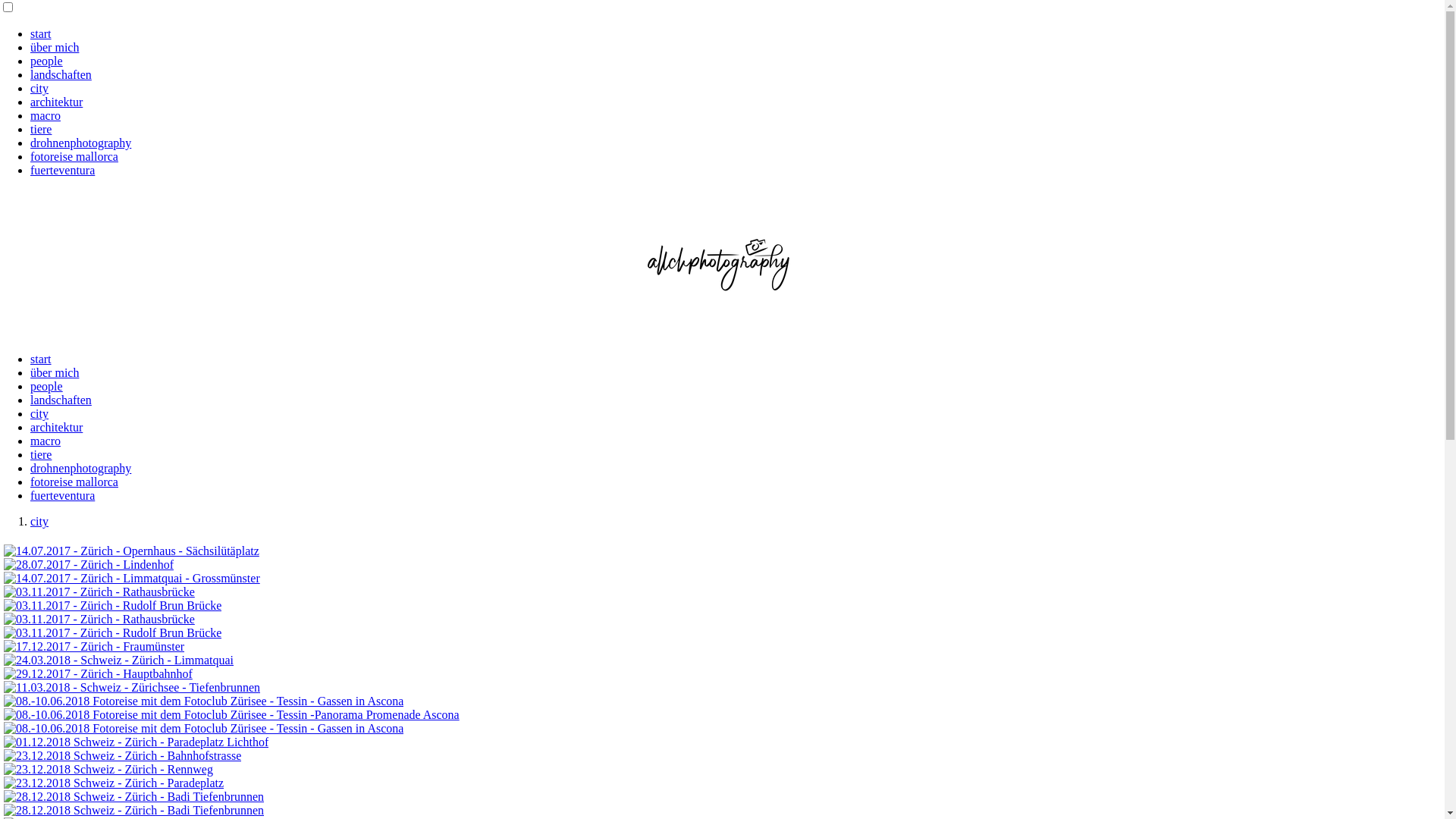 The width and height of the screenshot is (1456, 819). Describe the element at coordinates (30, 427) in the screenshot. I see `'architektur'` at that location.